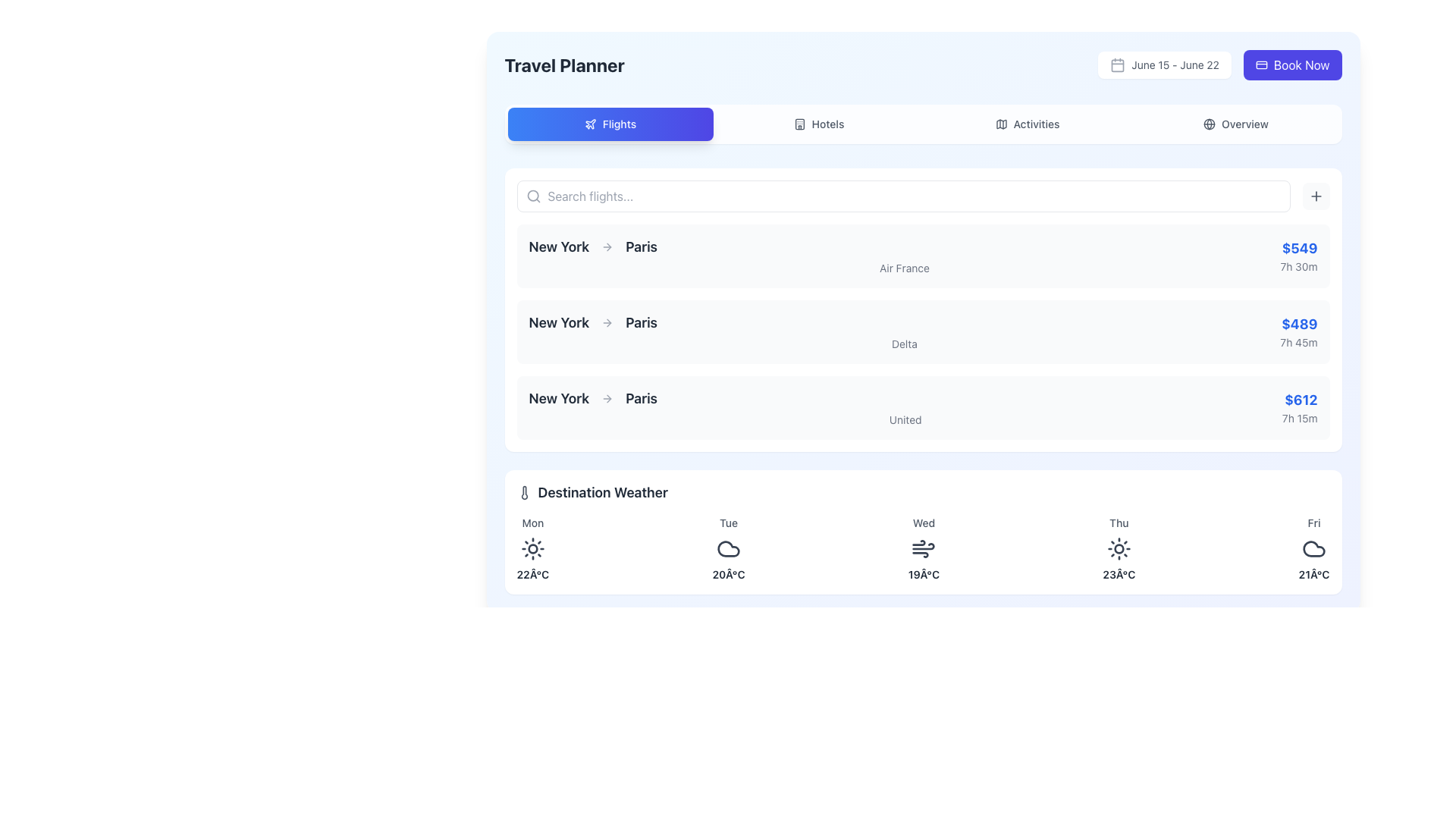 This screenshot has height=819, width=1456. I want to click on price and duration information displayed in bold blue text for the flight option from New York to Paris provided by Delta, located in the bottom-right corner of the second row of flight options, so click(1298, 331).